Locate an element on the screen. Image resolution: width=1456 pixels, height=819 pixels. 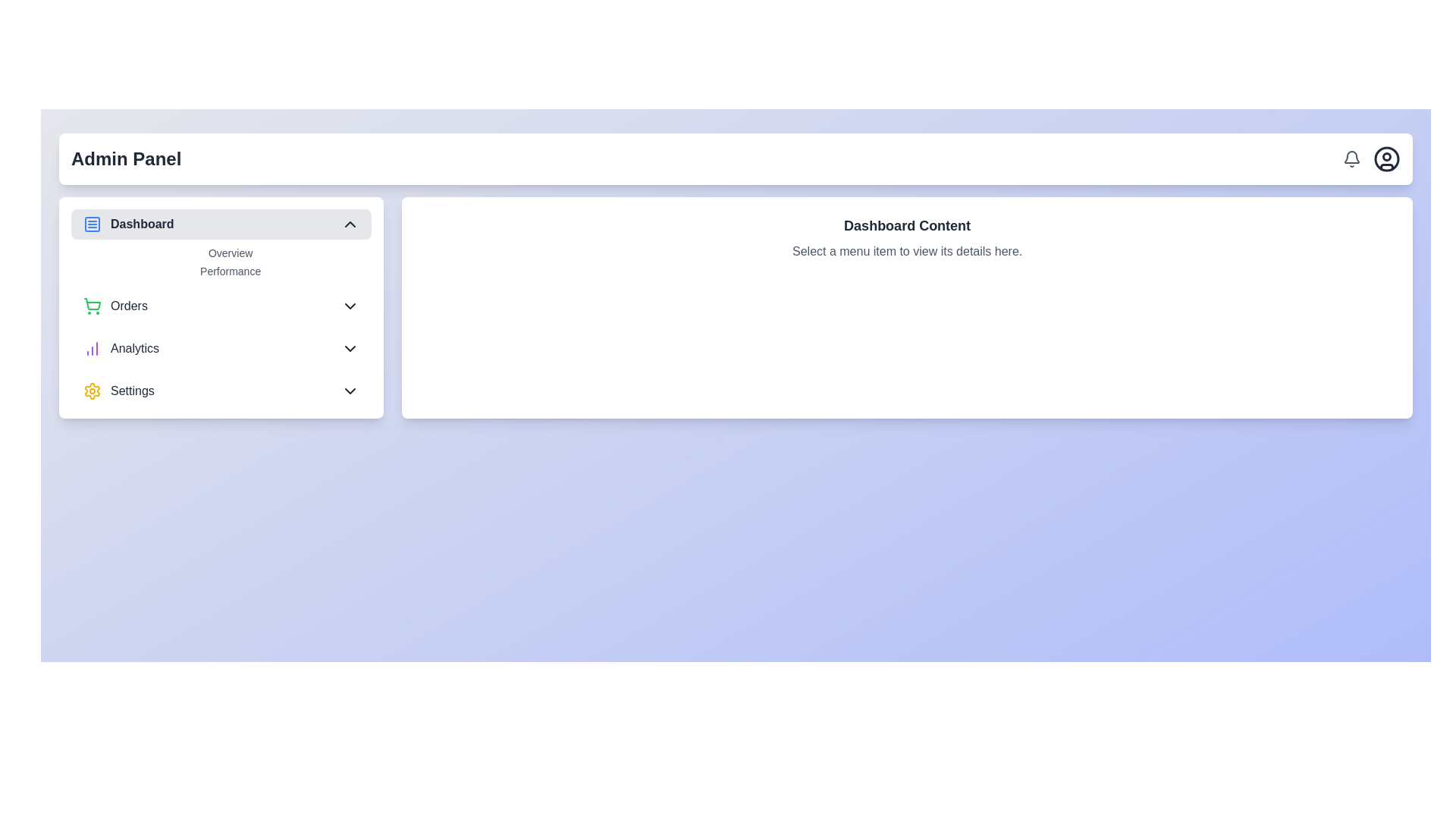
the 'Overview' text label located in the left-hand side menu panel under the 'Dashboard' heading is located at coordinates (229, 253).